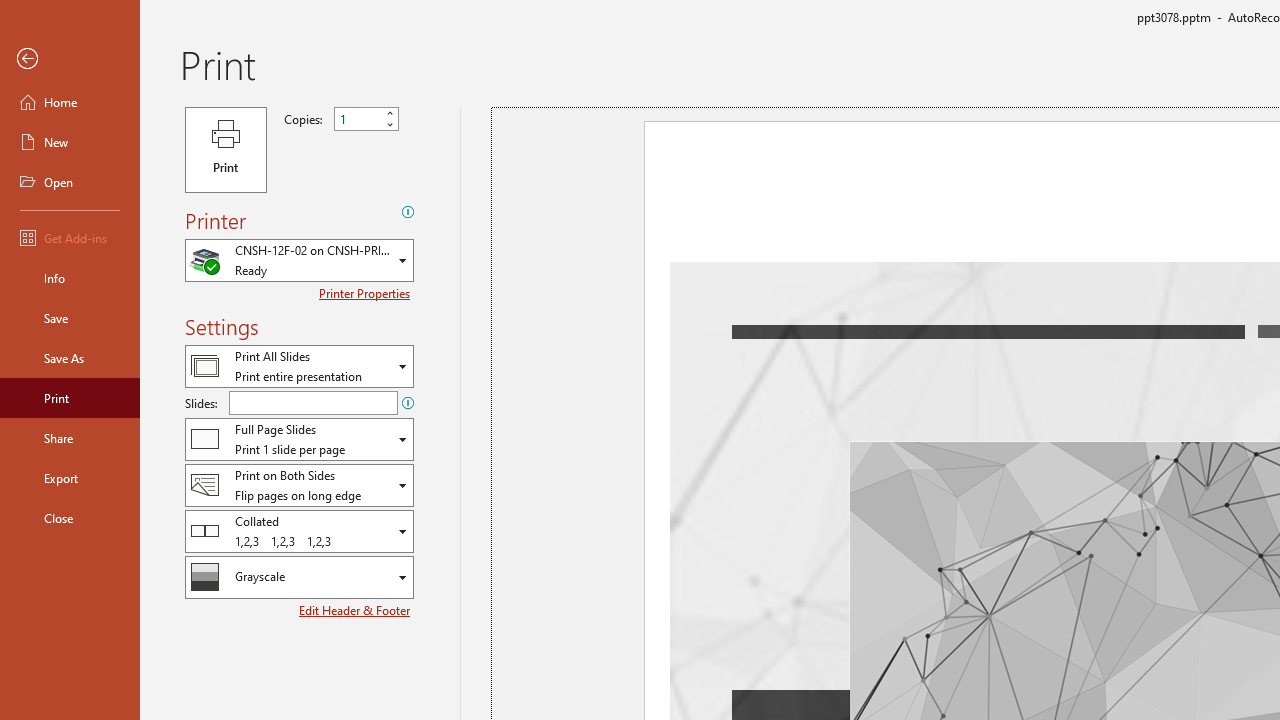 This screenshot has height=720, width=1280. What do you see at coordinates (389, 113) in the screenshot?
I see `'More'` at bounding box center [389, 113].